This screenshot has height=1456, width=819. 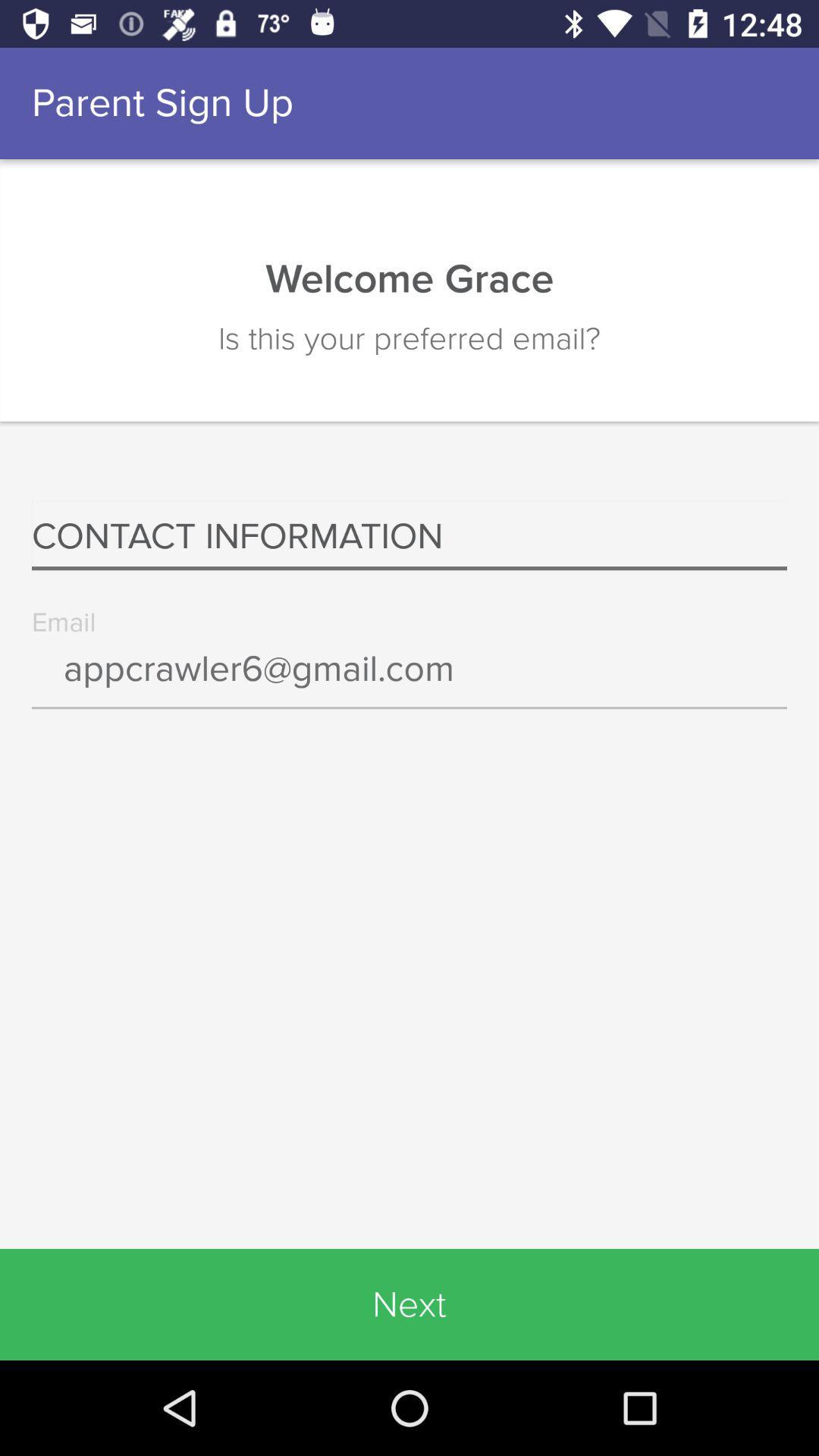 I want to click on appcrawler6@gmail.com item, so click(x=409, y=679).